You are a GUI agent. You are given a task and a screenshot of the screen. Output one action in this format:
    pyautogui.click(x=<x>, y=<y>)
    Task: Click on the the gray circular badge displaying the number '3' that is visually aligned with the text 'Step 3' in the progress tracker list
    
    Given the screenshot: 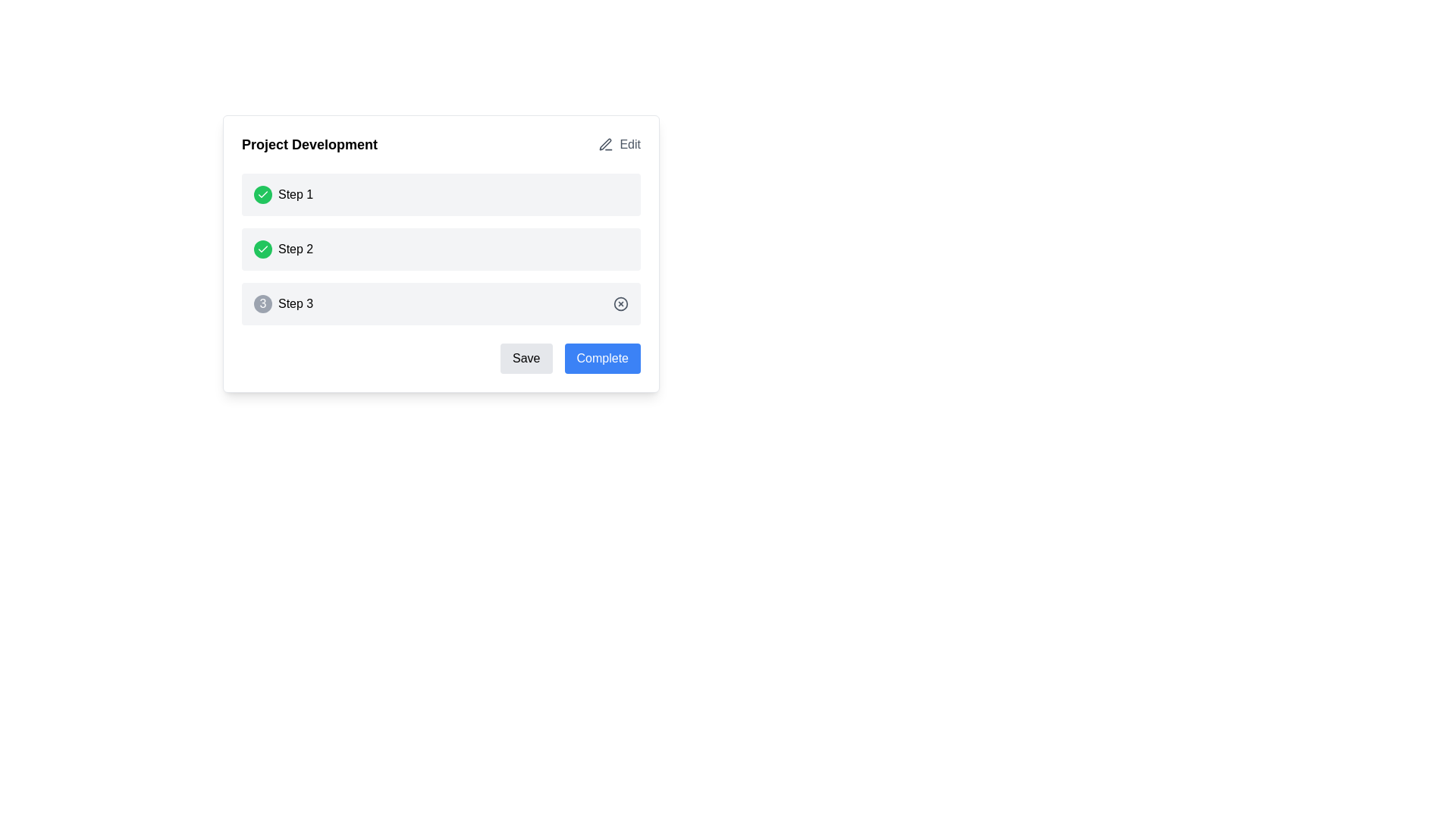 What is the action you would take?
    pyautogui.click(x=262, y=304)
    